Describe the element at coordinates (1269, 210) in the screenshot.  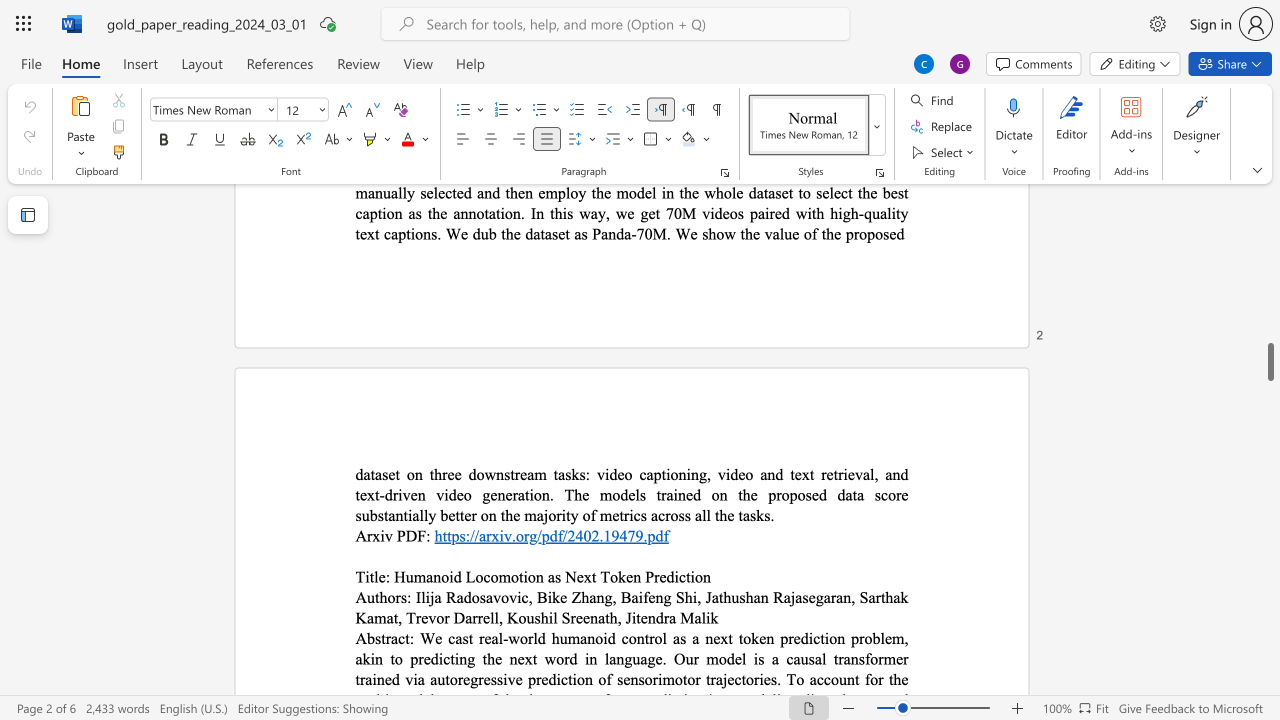
I see `the vertical scrollbar to raise the page content` at that location.